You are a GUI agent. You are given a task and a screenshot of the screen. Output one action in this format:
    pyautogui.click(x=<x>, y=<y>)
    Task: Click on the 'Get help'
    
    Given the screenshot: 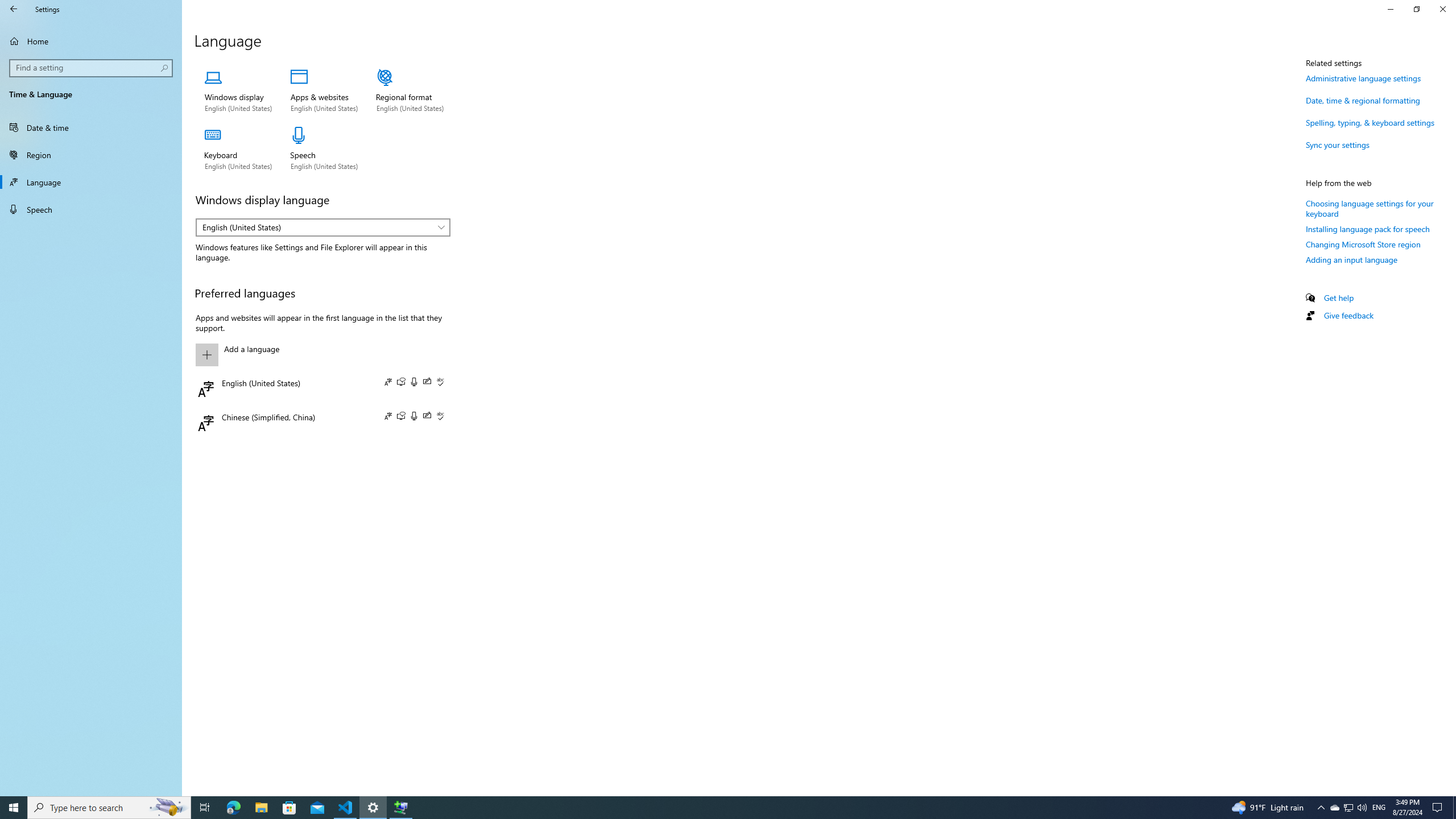 What is the action you would take?
    pyautogui.click(x=1338, y=297)
    